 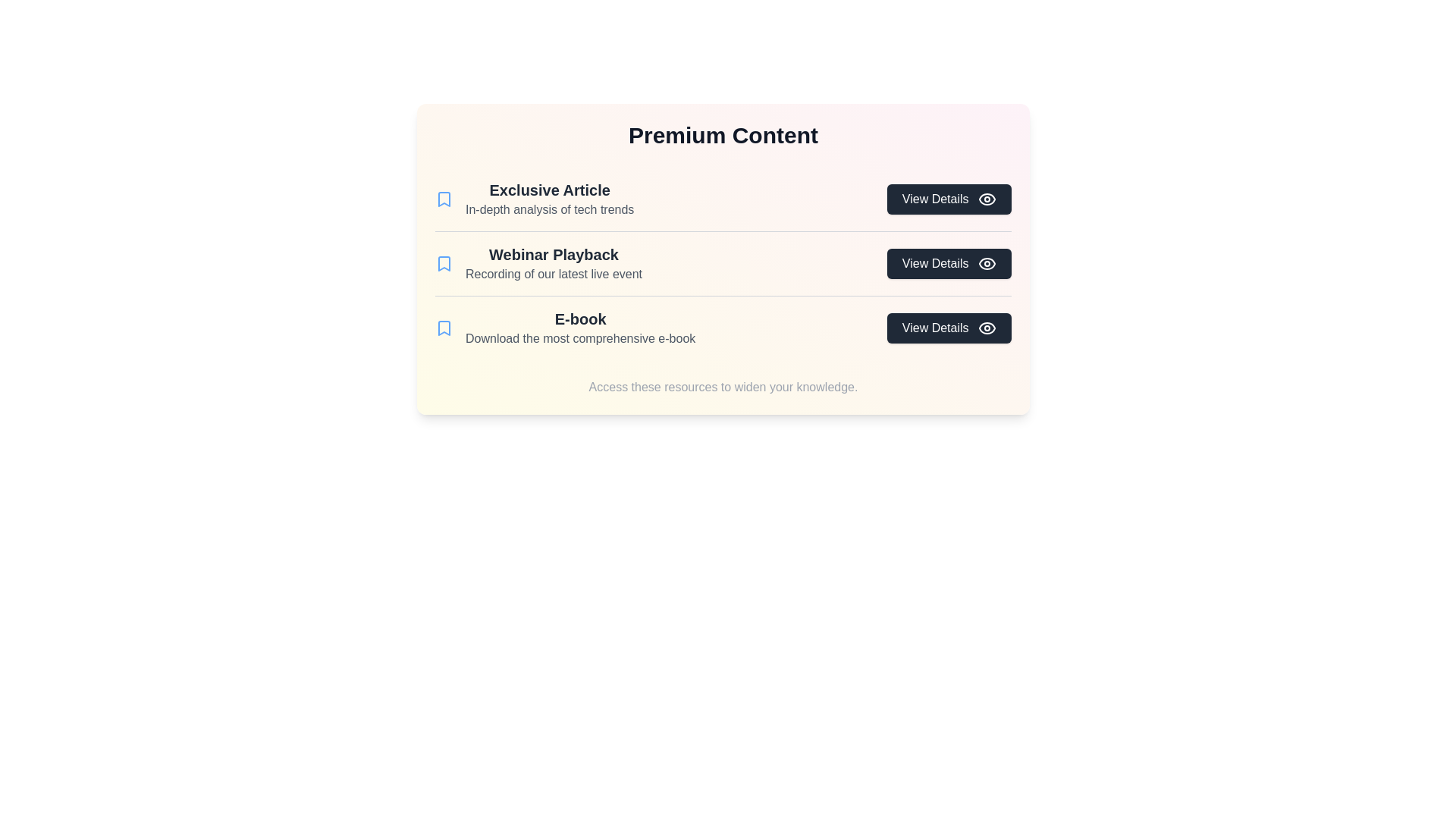 I want to click on the 'View Details' button for the content item E-book, so click(x=948, y=327).